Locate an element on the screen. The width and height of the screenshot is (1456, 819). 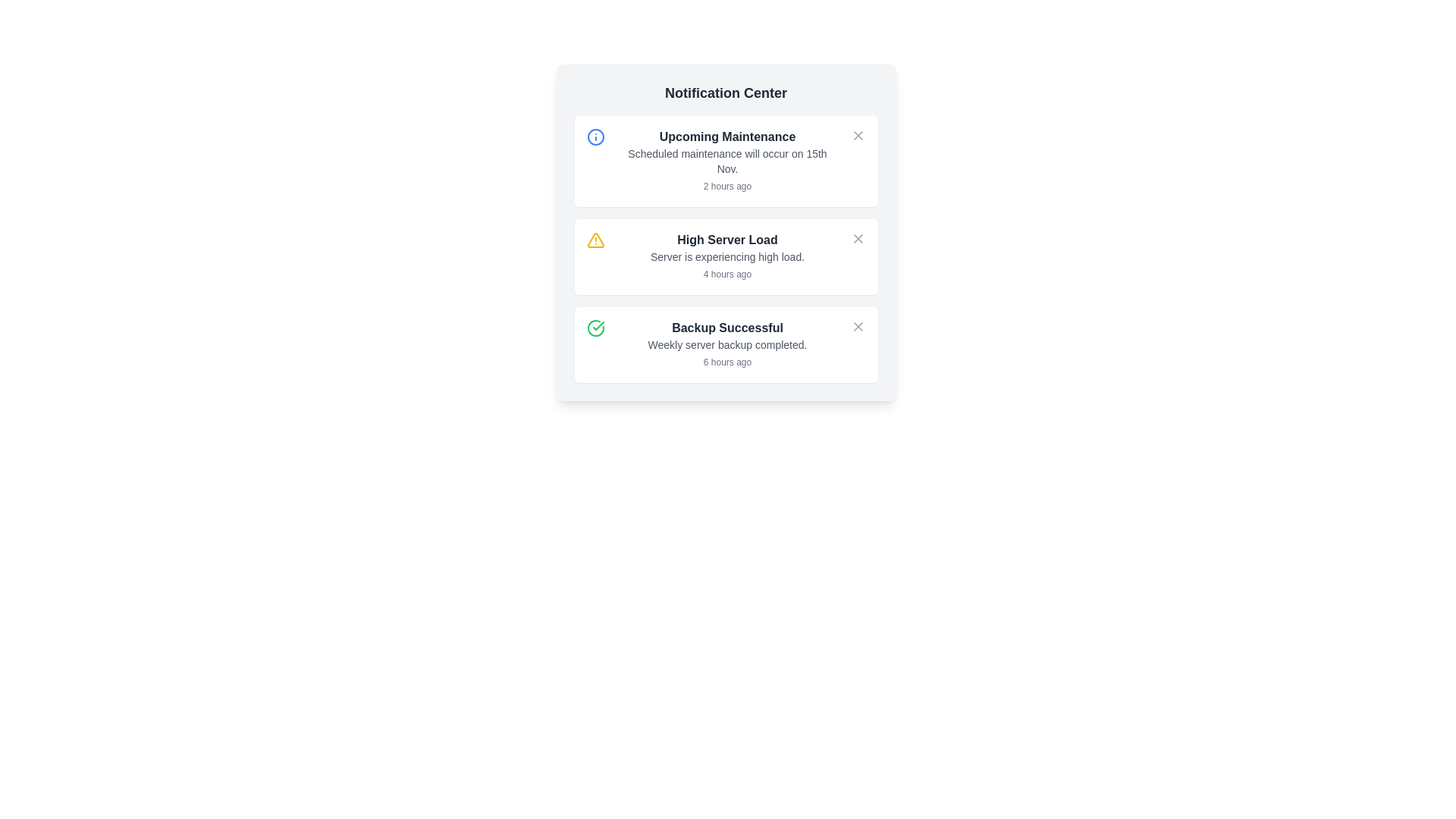
the dismiss button located on the rightmost side of the 'Backup Successful' notification is located at coordinates (858, 326).